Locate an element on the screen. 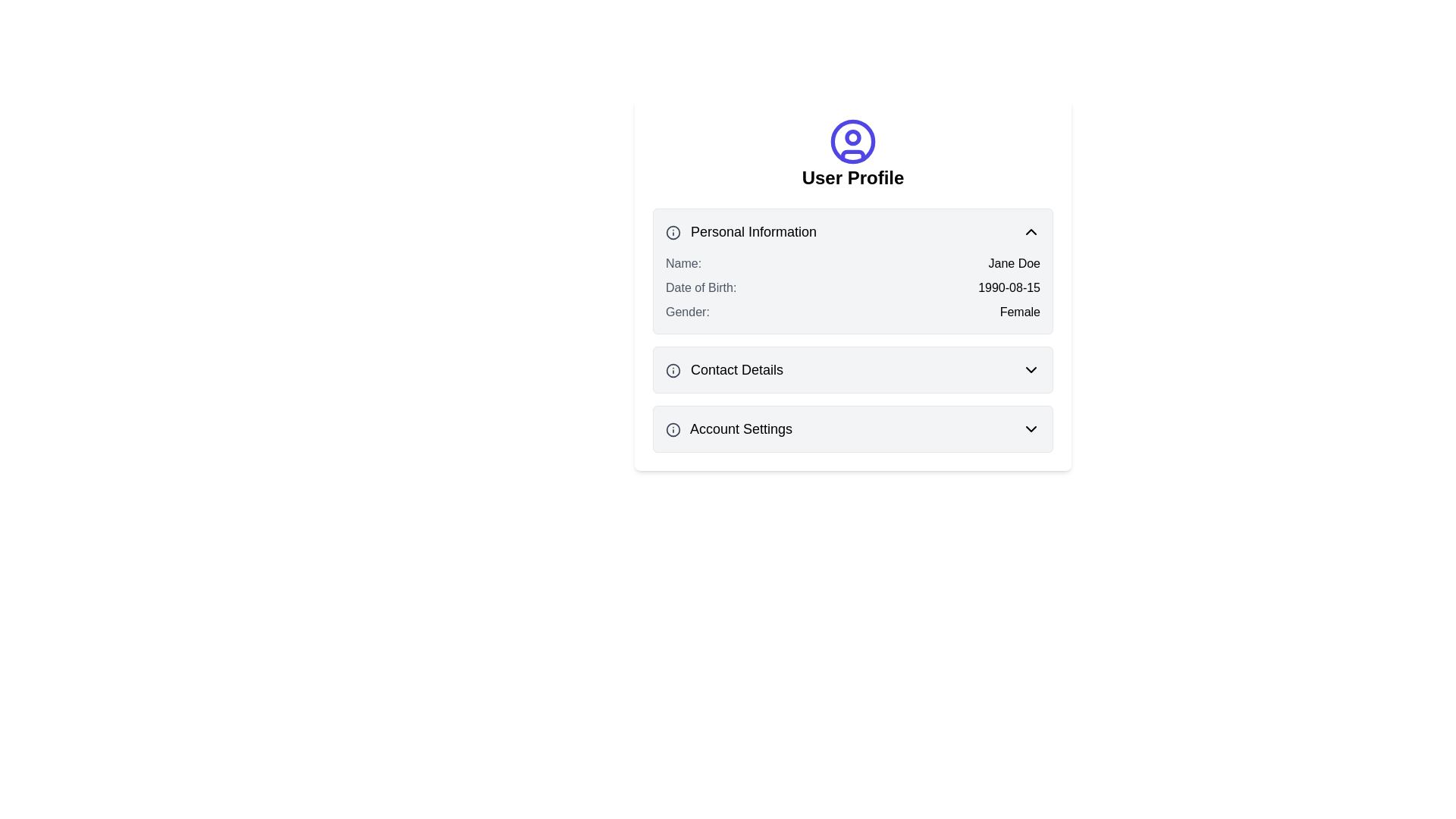 The width and height of the screenshot is (1456, 819). details displayed in the Static display field group under the 'Personal Information' section of the User Profile is located at coordinates (852, 288).